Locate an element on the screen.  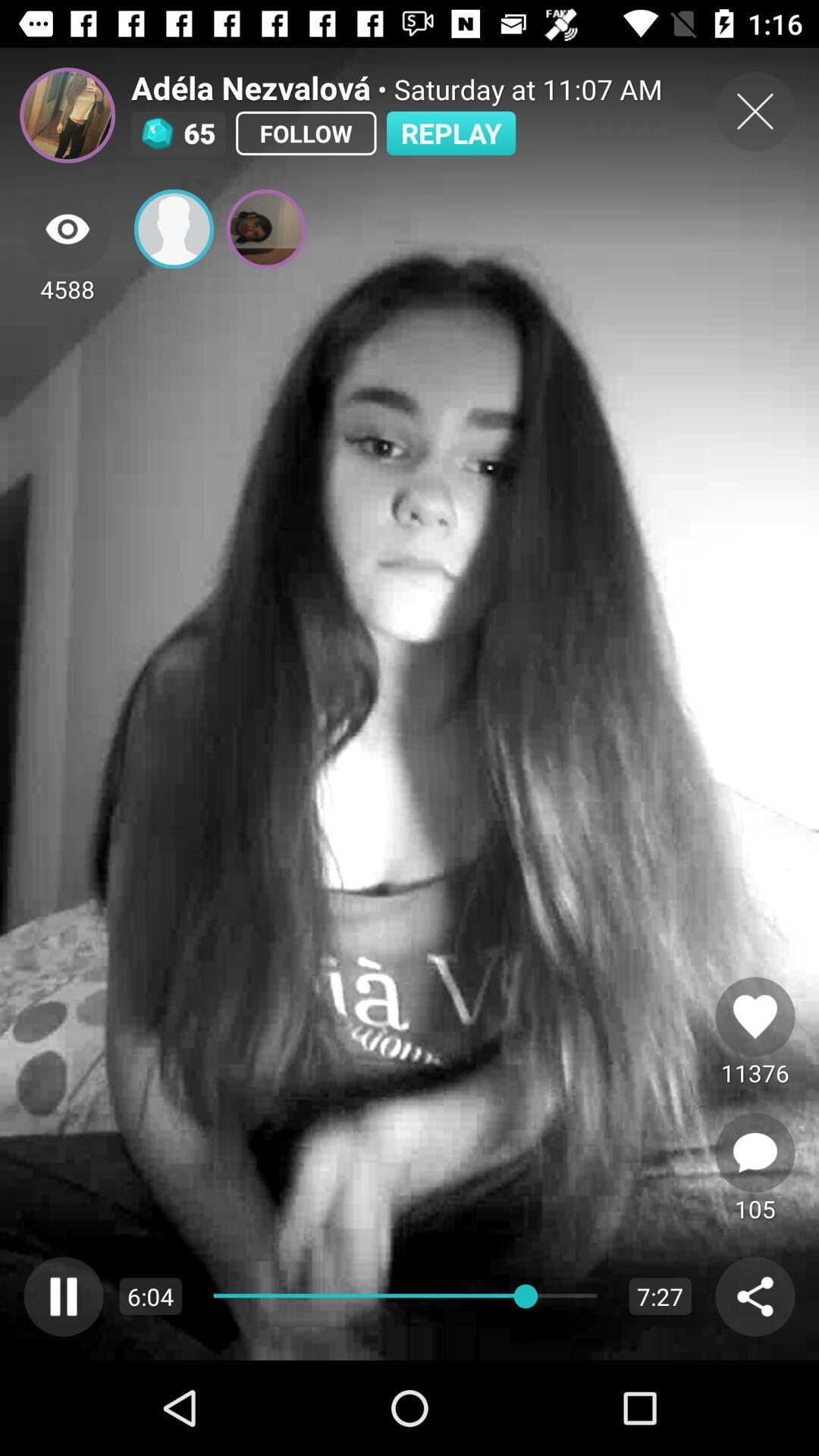
frazzle is located at coordinates (67, 115).